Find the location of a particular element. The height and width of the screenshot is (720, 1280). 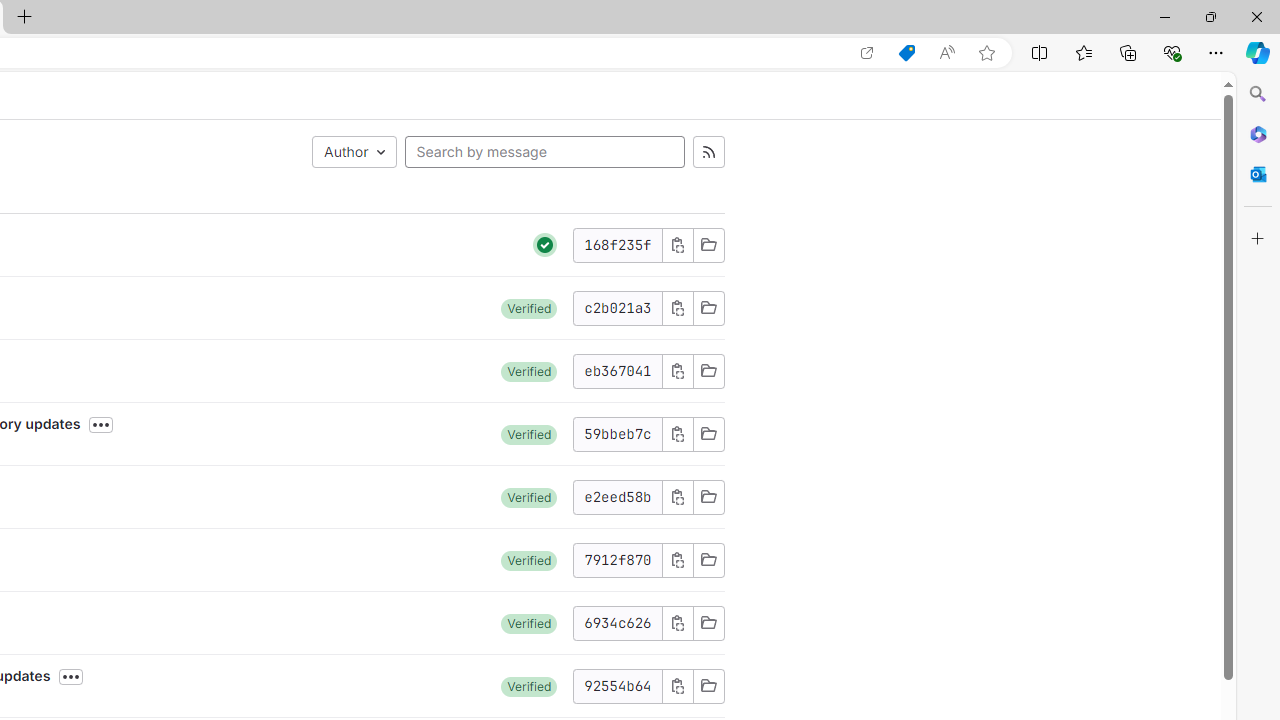

'Pipeline: passed' is located at coordinates (545, 244).